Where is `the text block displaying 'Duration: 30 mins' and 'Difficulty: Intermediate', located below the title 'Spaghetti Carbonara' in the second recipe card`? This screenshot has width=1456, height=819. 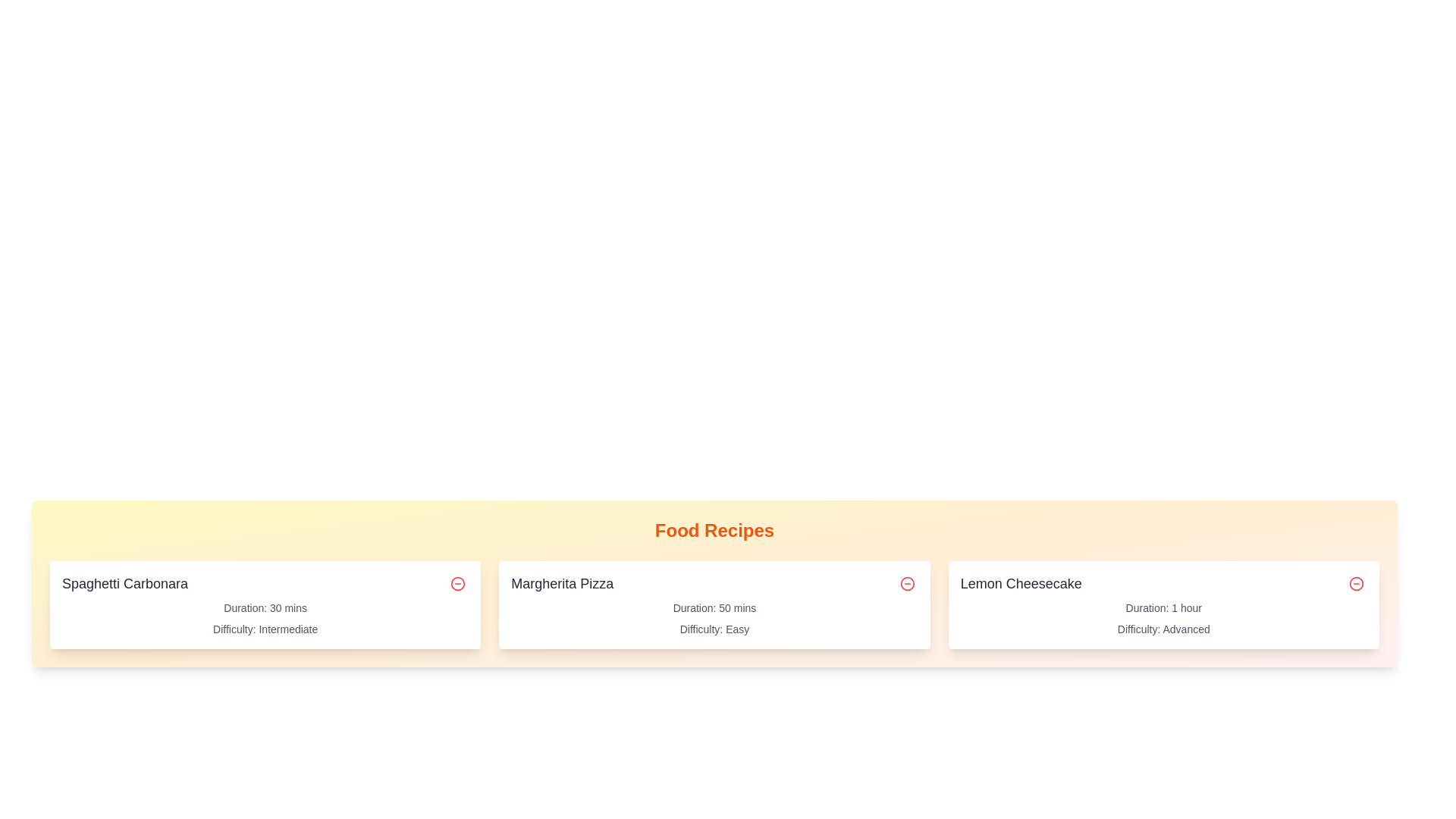
the text block displaying 'Duration: 30 mins' and 'Difficulty: Intermediate', located below the title 'Spaghetti Carbonara' in the second recipe card is located at coordinates (265, 619).